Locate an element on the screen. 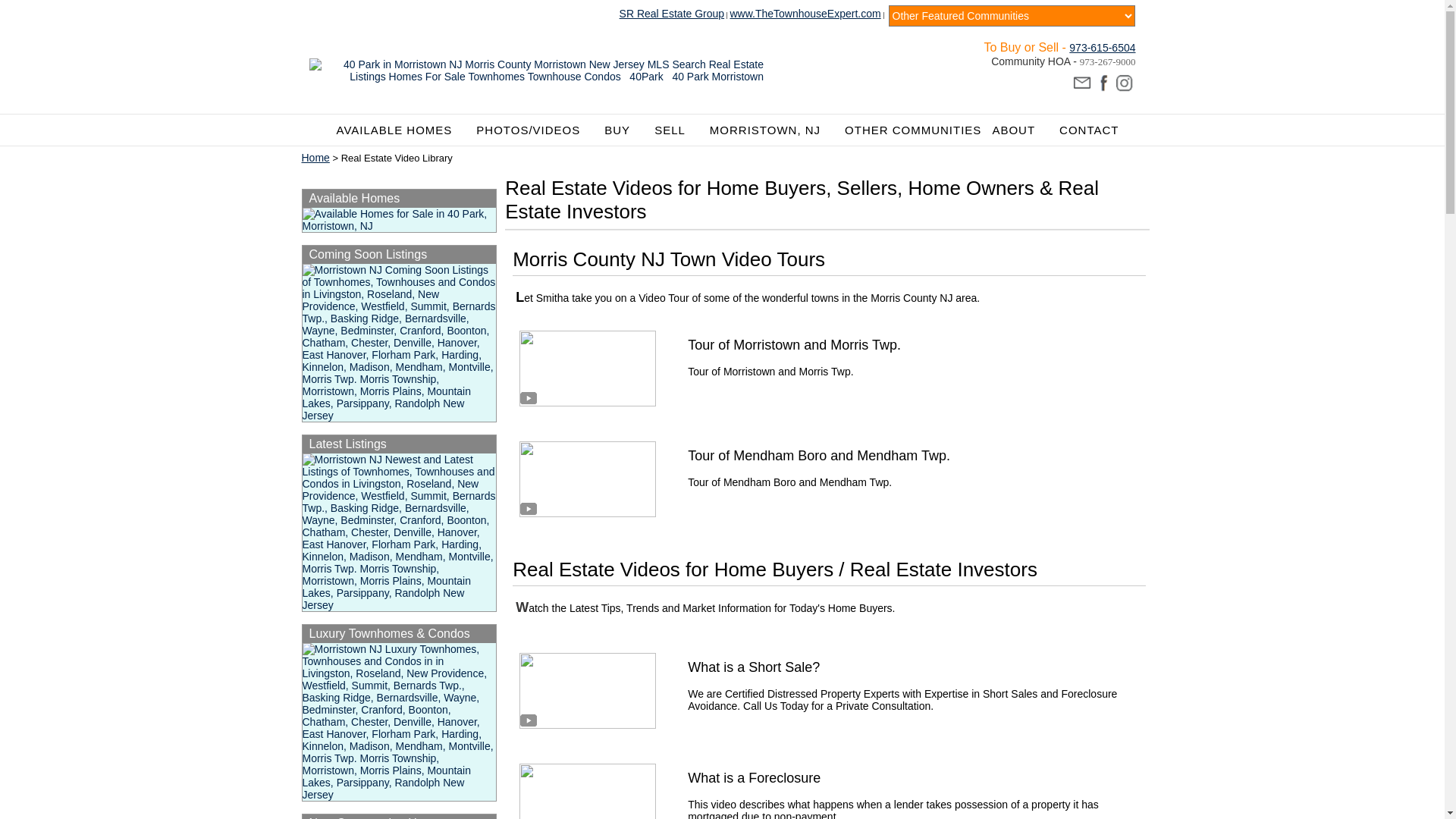 The image size is (1456, 819). 'MORRISTOWN, NJ' is located at coordinates (771, 129).